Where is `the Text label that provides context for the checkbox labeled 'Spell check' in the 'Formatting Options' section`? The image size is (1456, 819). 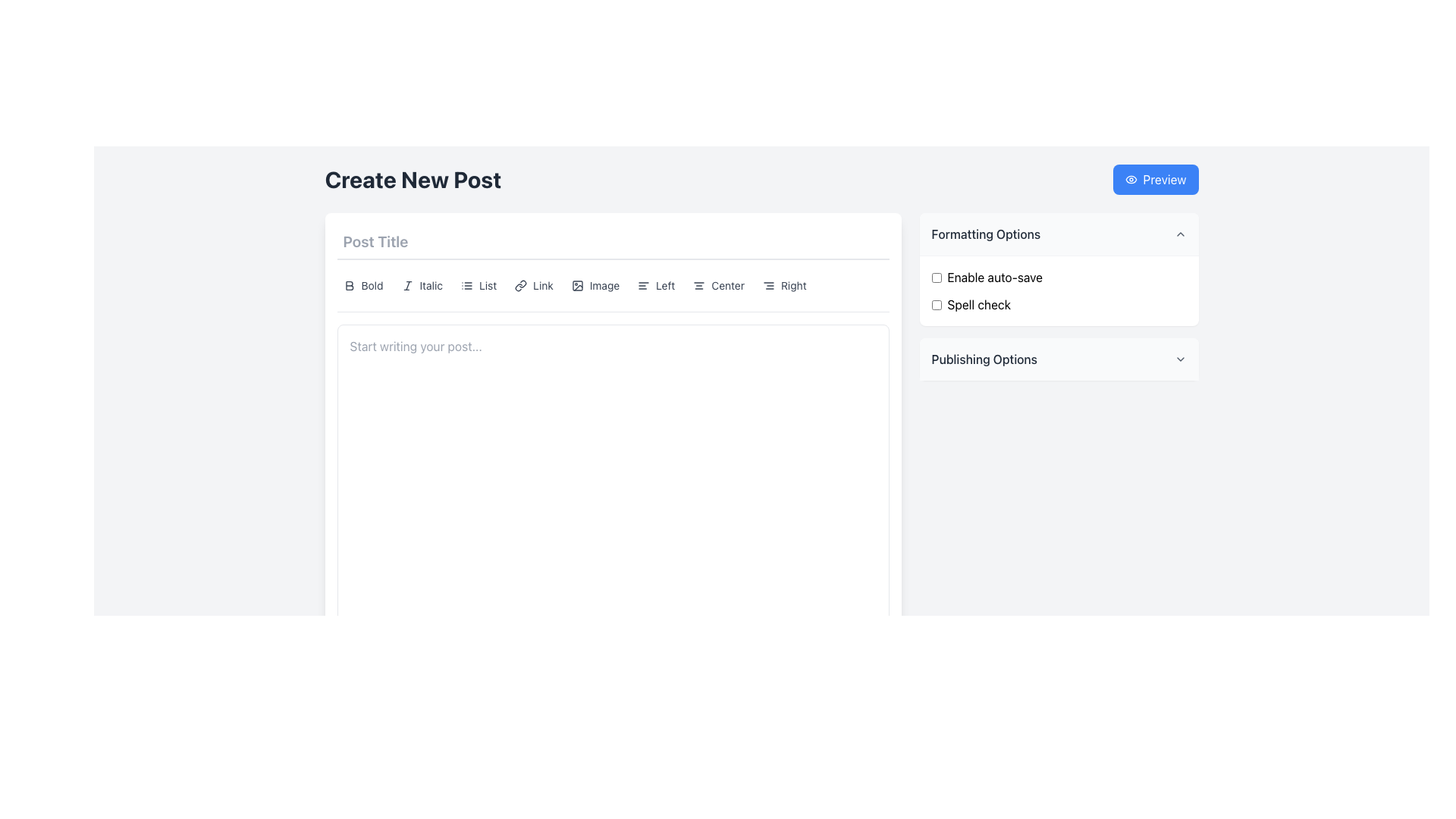 the Text label that provides context for the checkbox labeled 'Spell check' in the 'Formatting Options' section is located at coordinates (979, 304).